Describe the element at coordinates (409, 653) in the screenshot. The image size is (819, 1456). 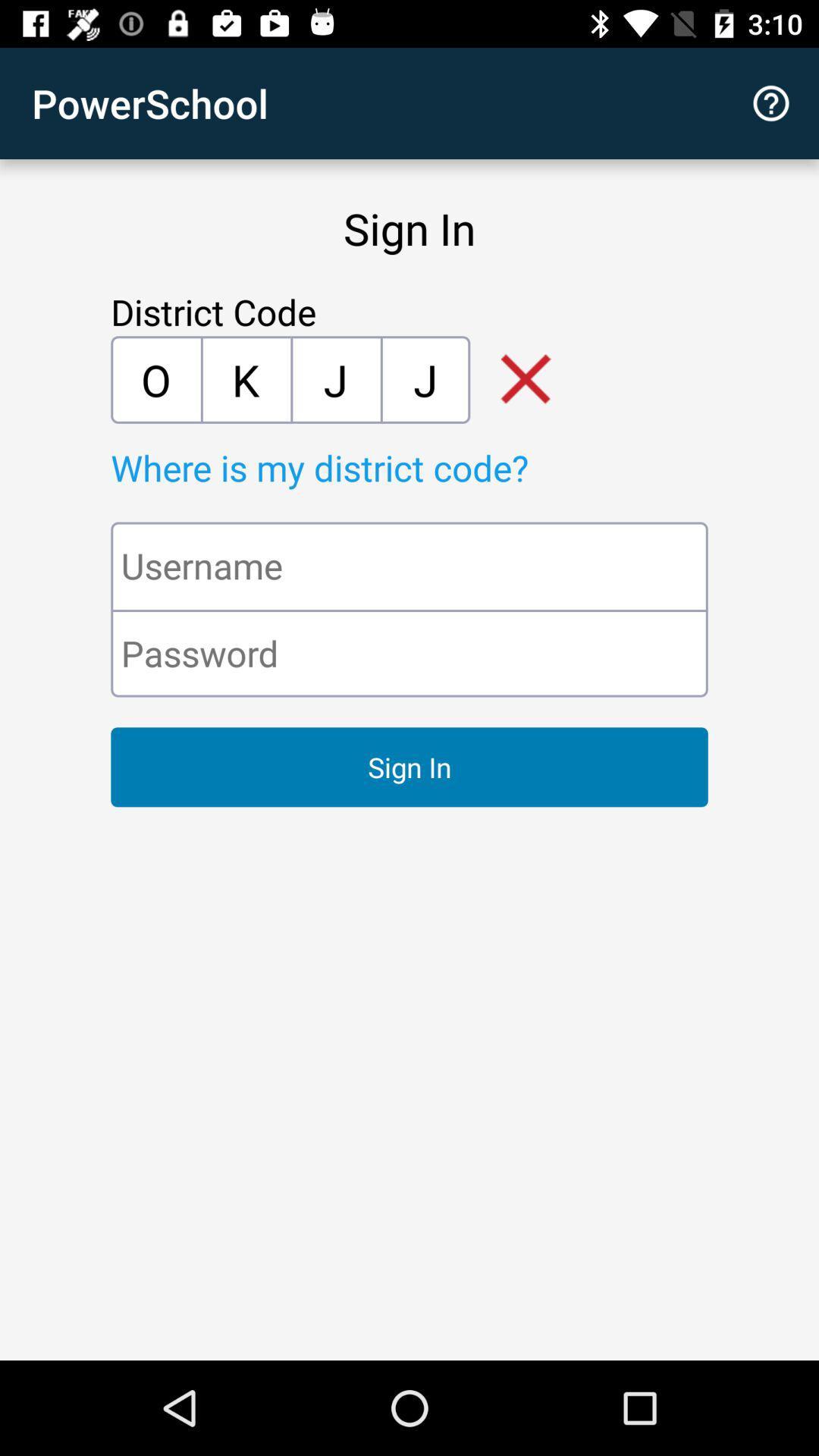
I see `password` at that location.